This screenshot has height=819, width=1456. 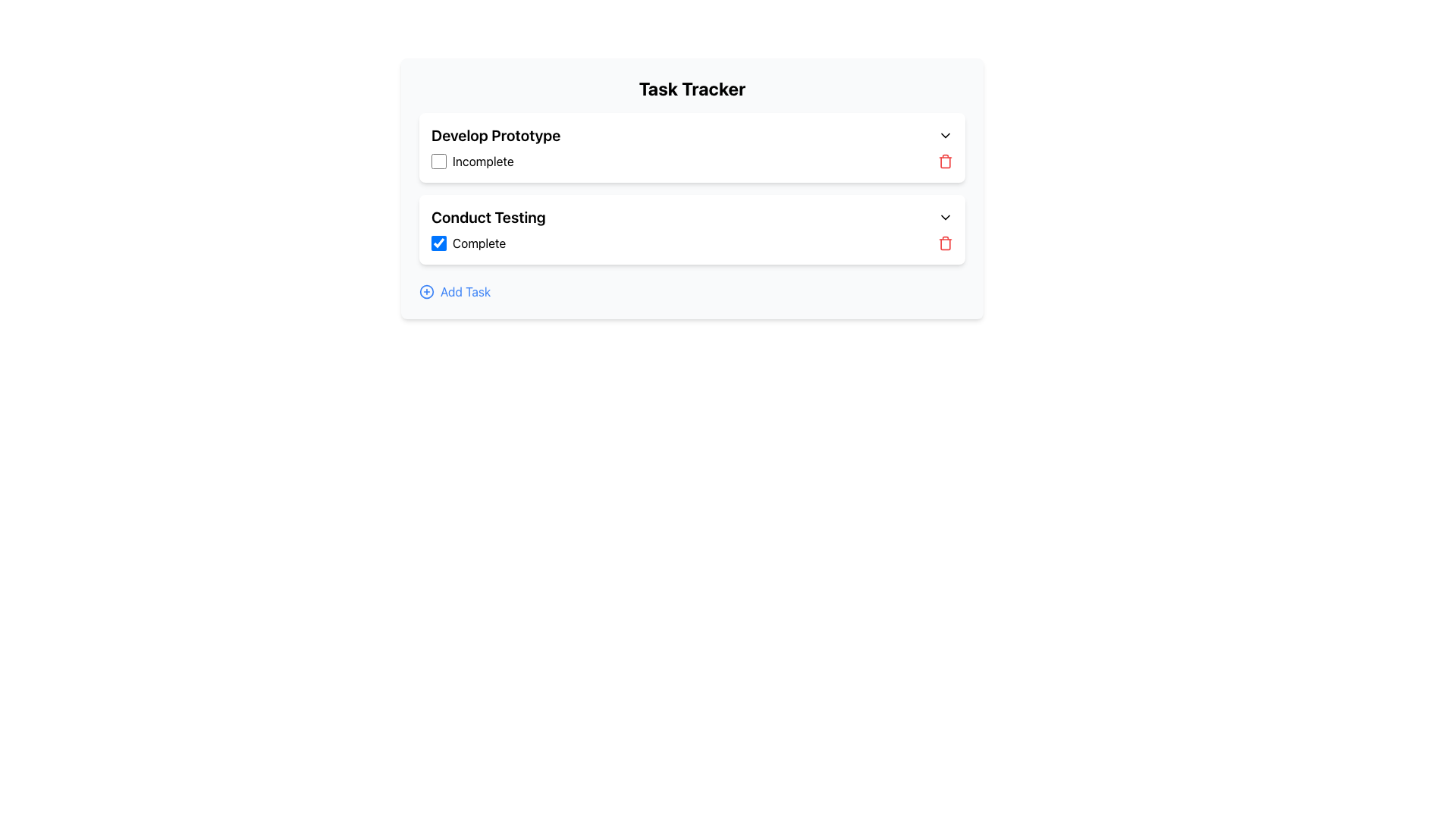 I want to click on the 'Add Task' button that has a blue font color and an underline effect upon hover, located below the task sections, so click(x=454, y=292).